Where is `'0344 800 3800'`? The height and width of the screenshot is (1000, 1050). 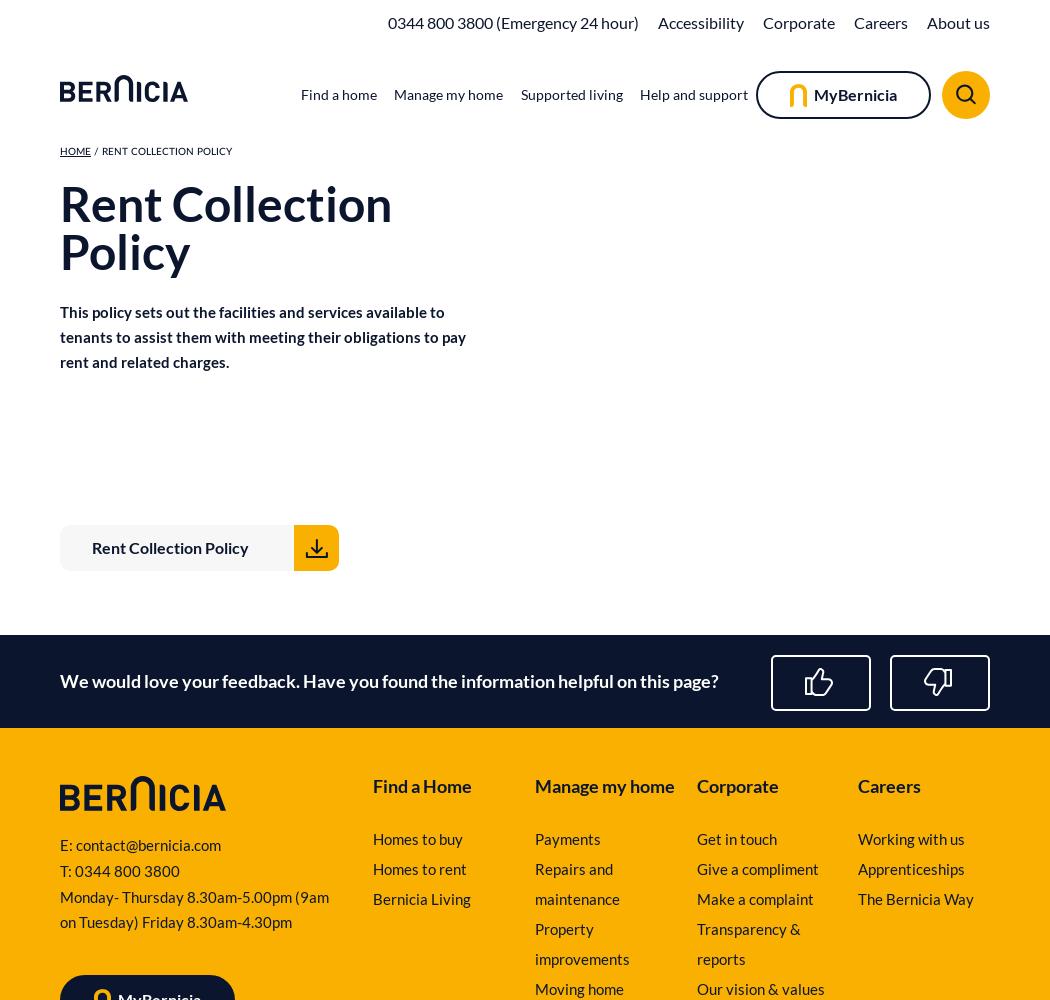 '0344 800 3800' is located at coordinates (126, 870).